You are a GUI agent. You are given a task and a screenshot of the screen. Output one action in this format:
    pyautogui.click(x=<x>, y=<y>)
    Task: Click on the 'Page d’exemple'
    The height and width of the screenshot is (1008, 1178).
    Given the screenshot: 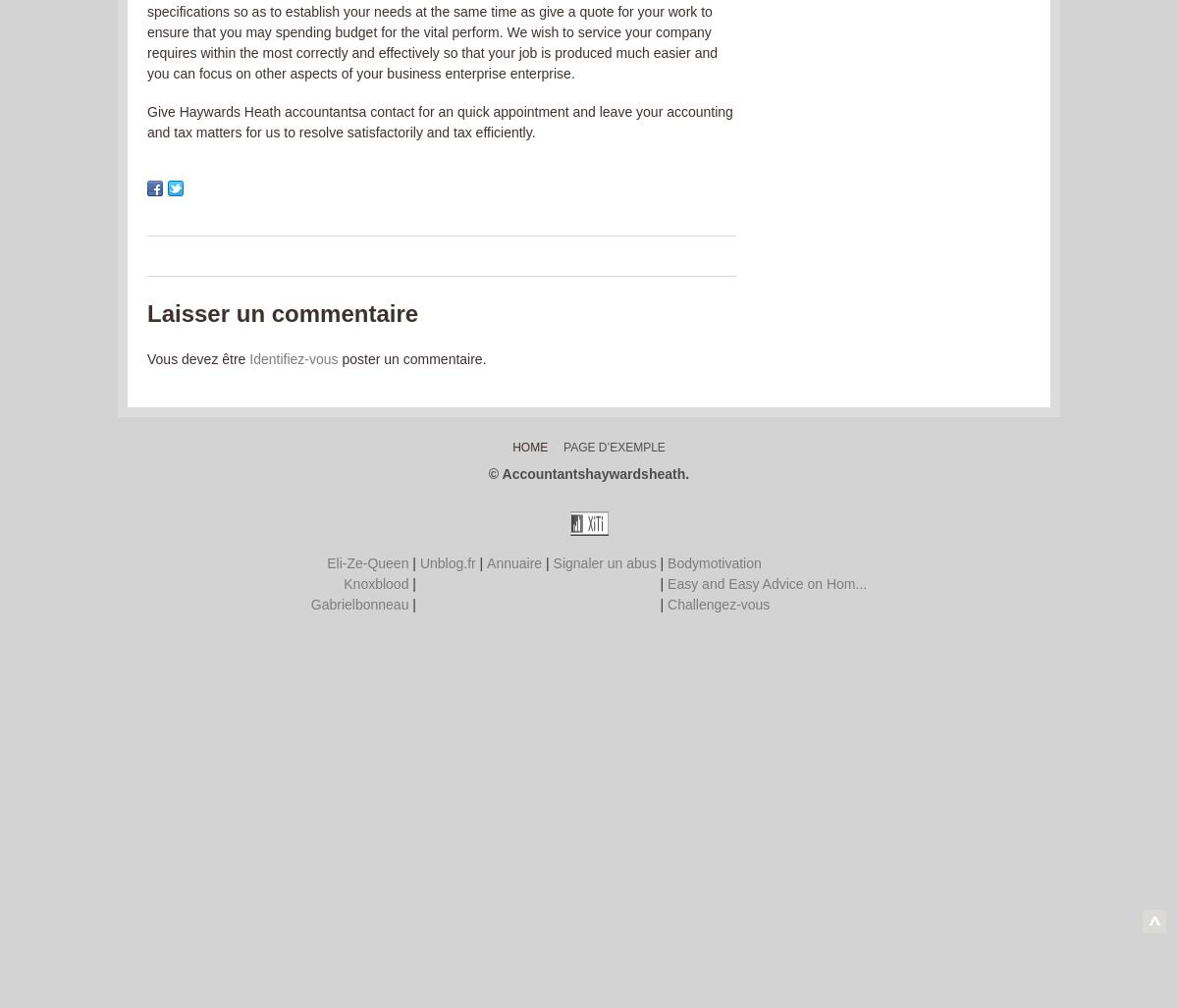 What is the action you would take?
    pyautogui.click(x=614, y=446)
    